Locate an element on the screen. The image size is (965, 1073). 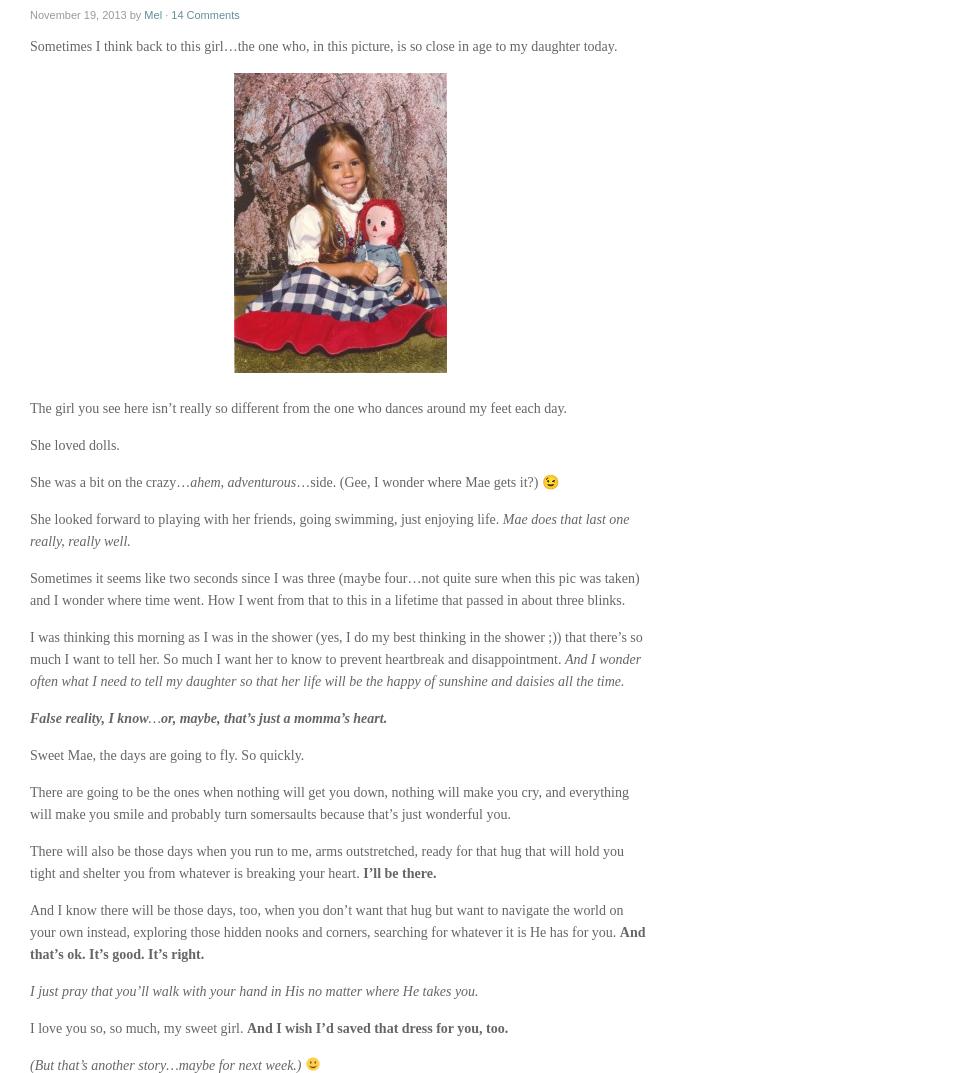
'False reality, I know' is located at coordinates (87, 717).